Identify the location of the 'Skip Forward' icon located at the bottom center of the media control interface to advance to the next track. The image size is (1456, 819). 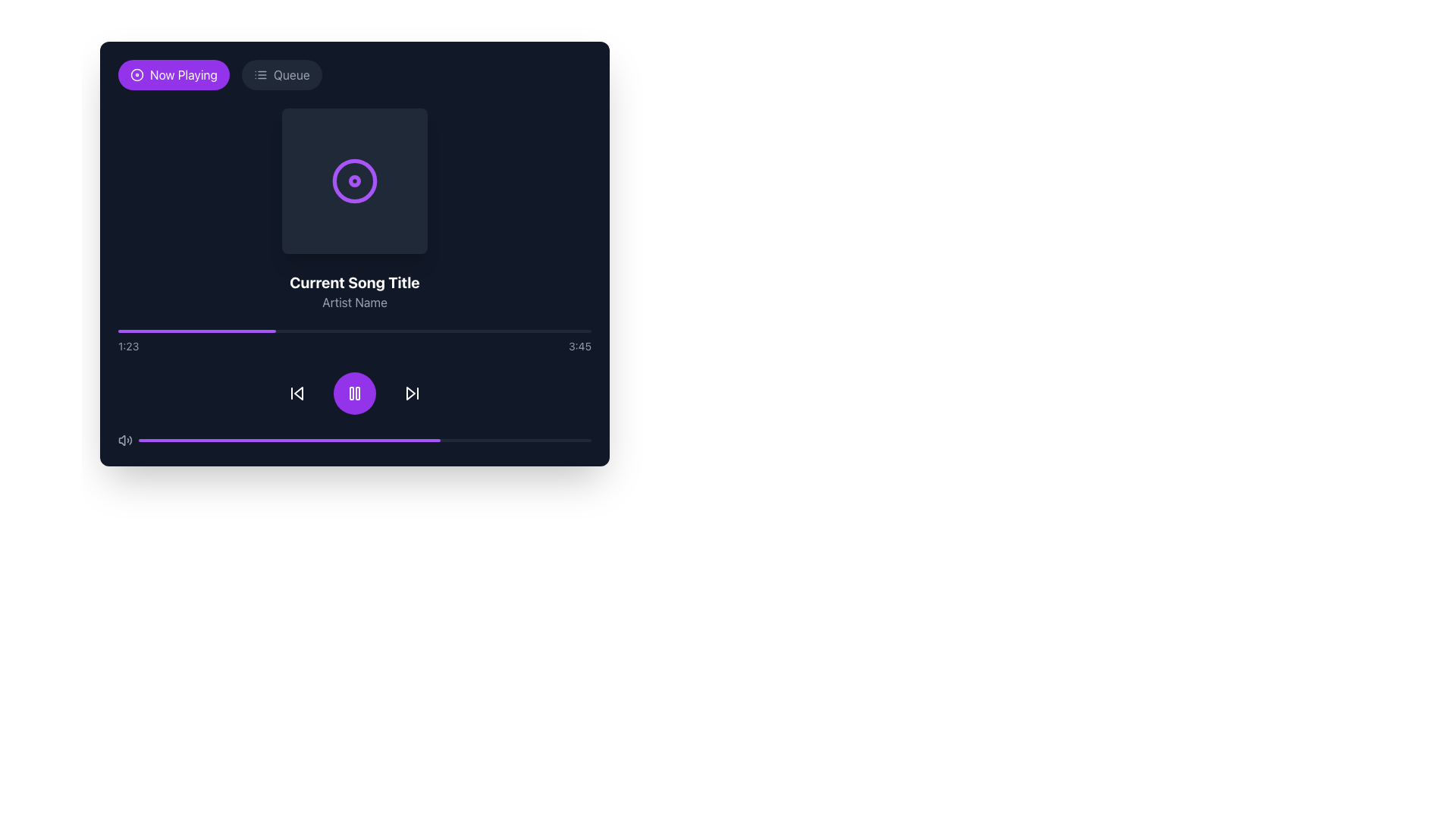
(411, 393).